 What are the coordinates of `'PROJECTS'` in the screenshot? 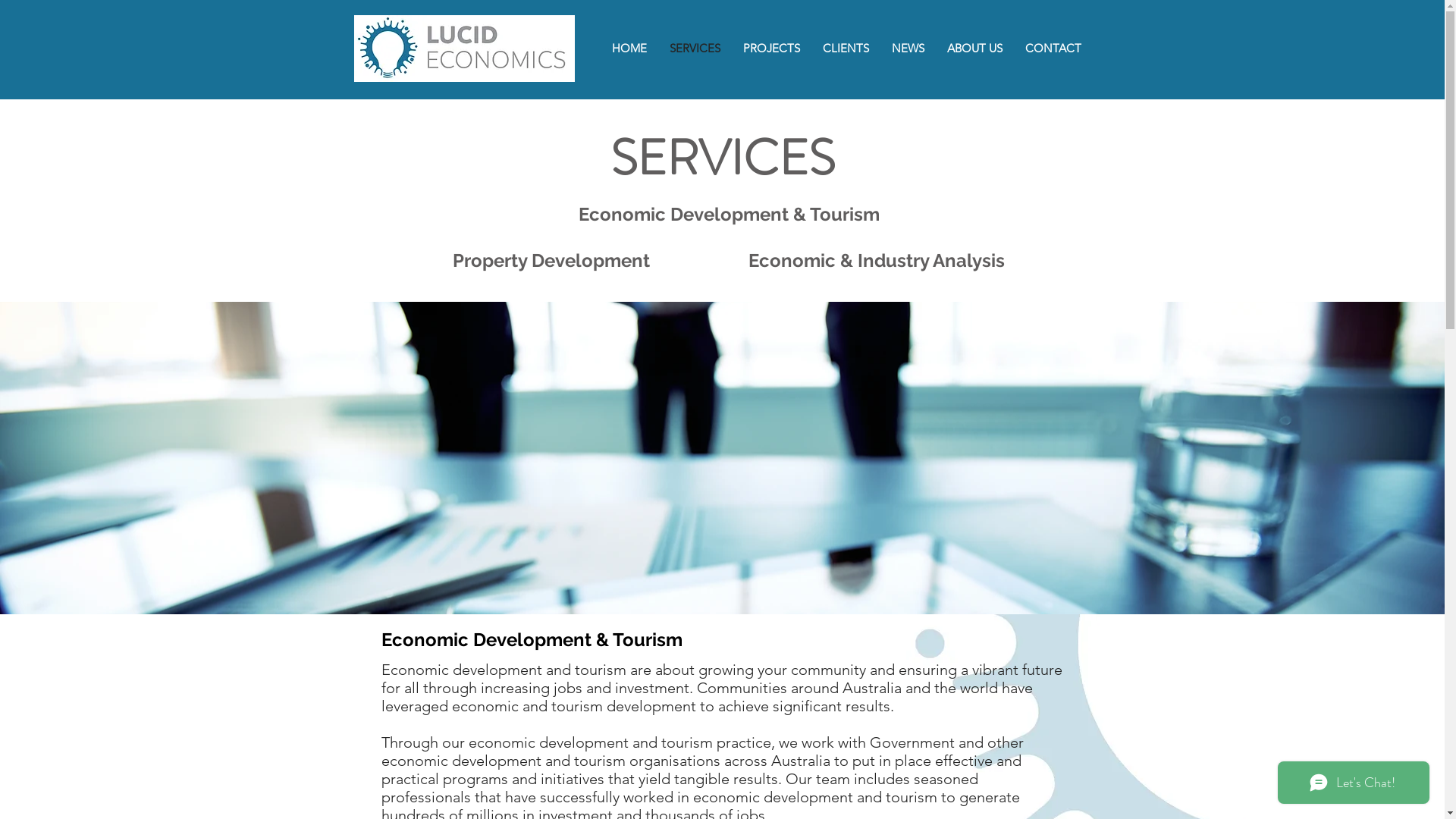 It's located at (770, 47).